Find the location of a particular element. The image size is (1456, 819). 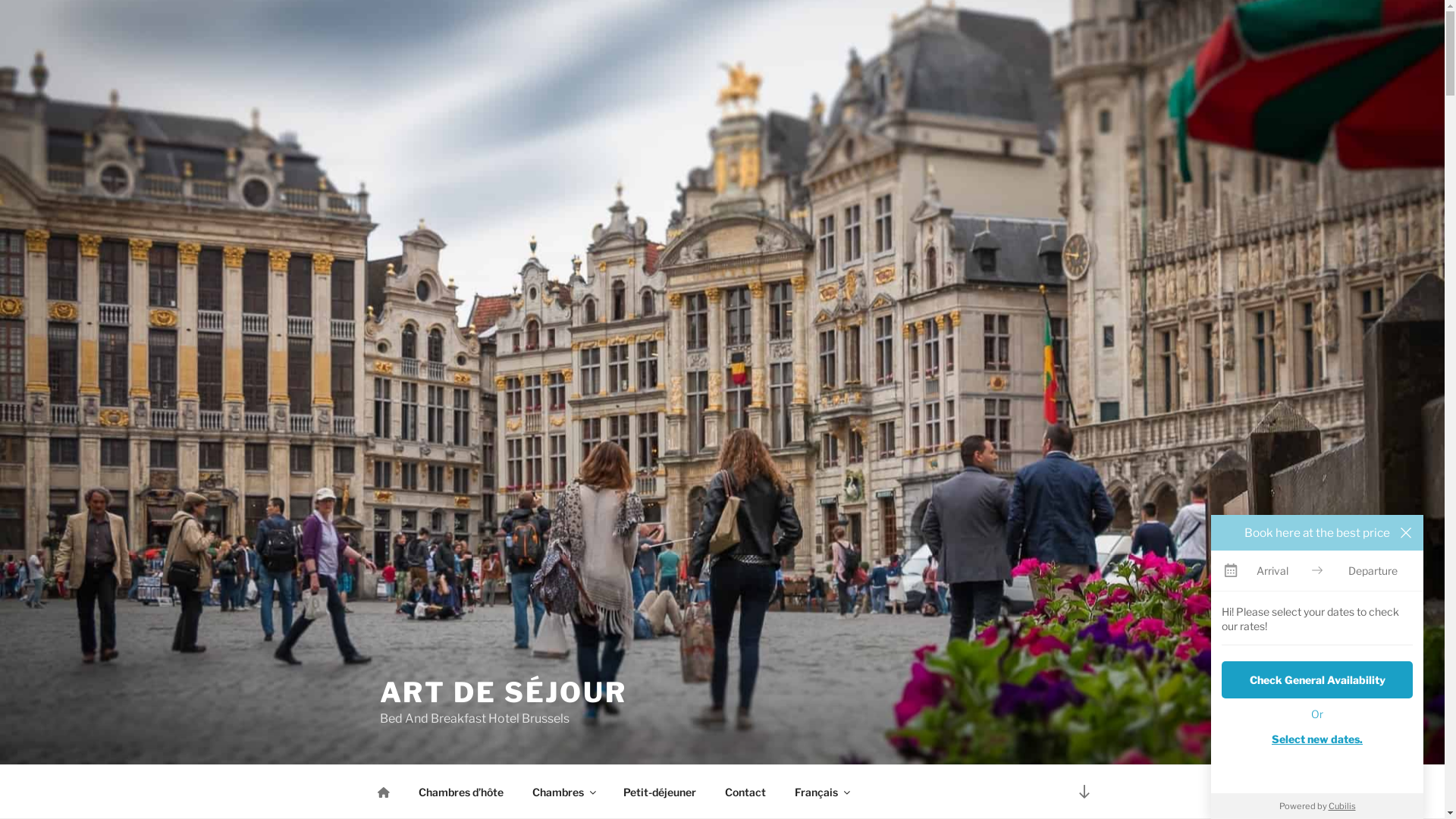

'Chambres' is located at coordinates (562, 791).